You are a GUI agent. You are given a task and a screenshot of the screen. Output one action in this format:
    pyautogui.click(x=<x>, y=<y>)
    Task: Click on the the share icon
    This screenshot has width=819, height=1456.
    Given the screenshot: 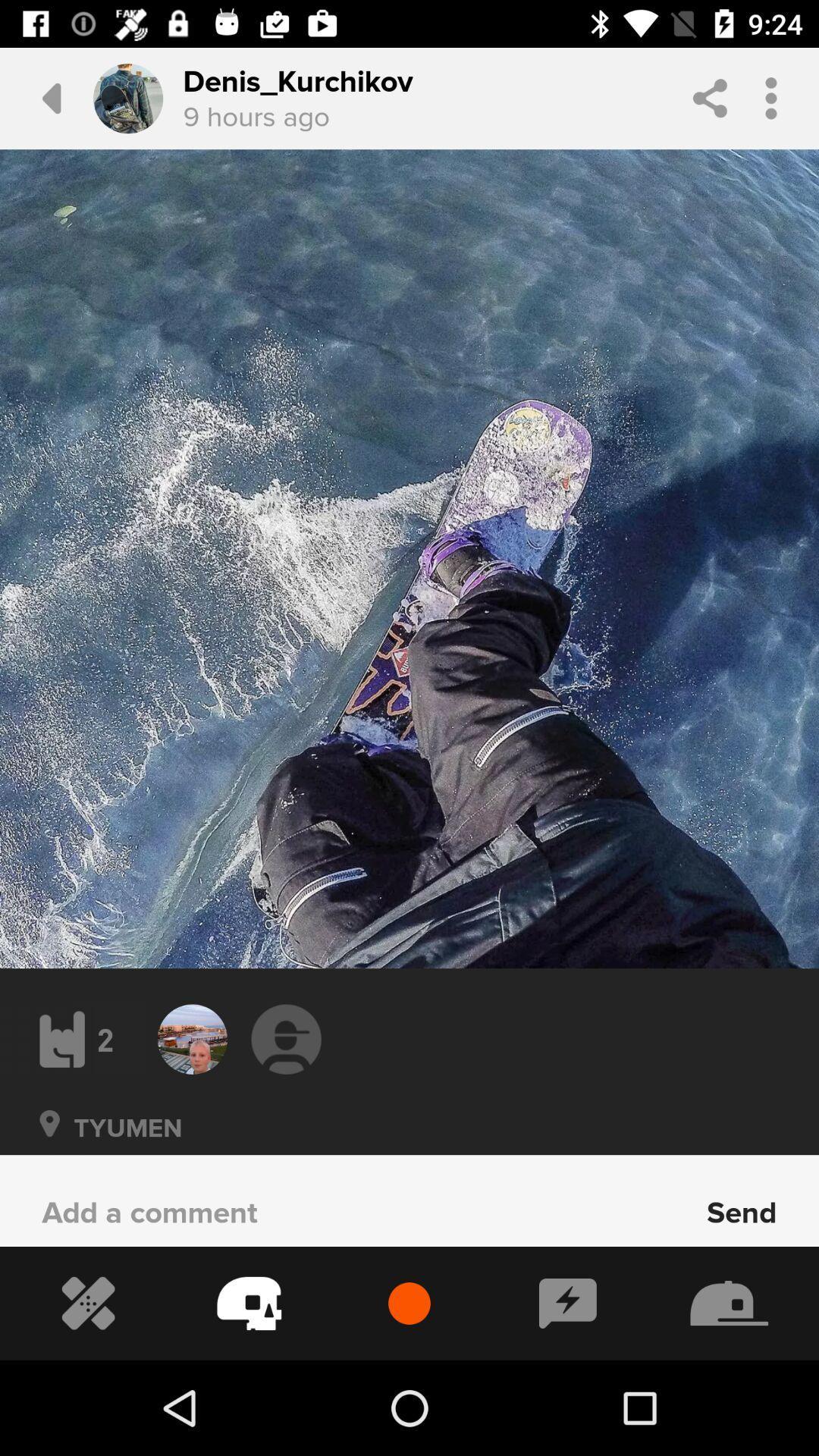 What is the action you would take?
    pyautogui.click(x=710, y=97)
    